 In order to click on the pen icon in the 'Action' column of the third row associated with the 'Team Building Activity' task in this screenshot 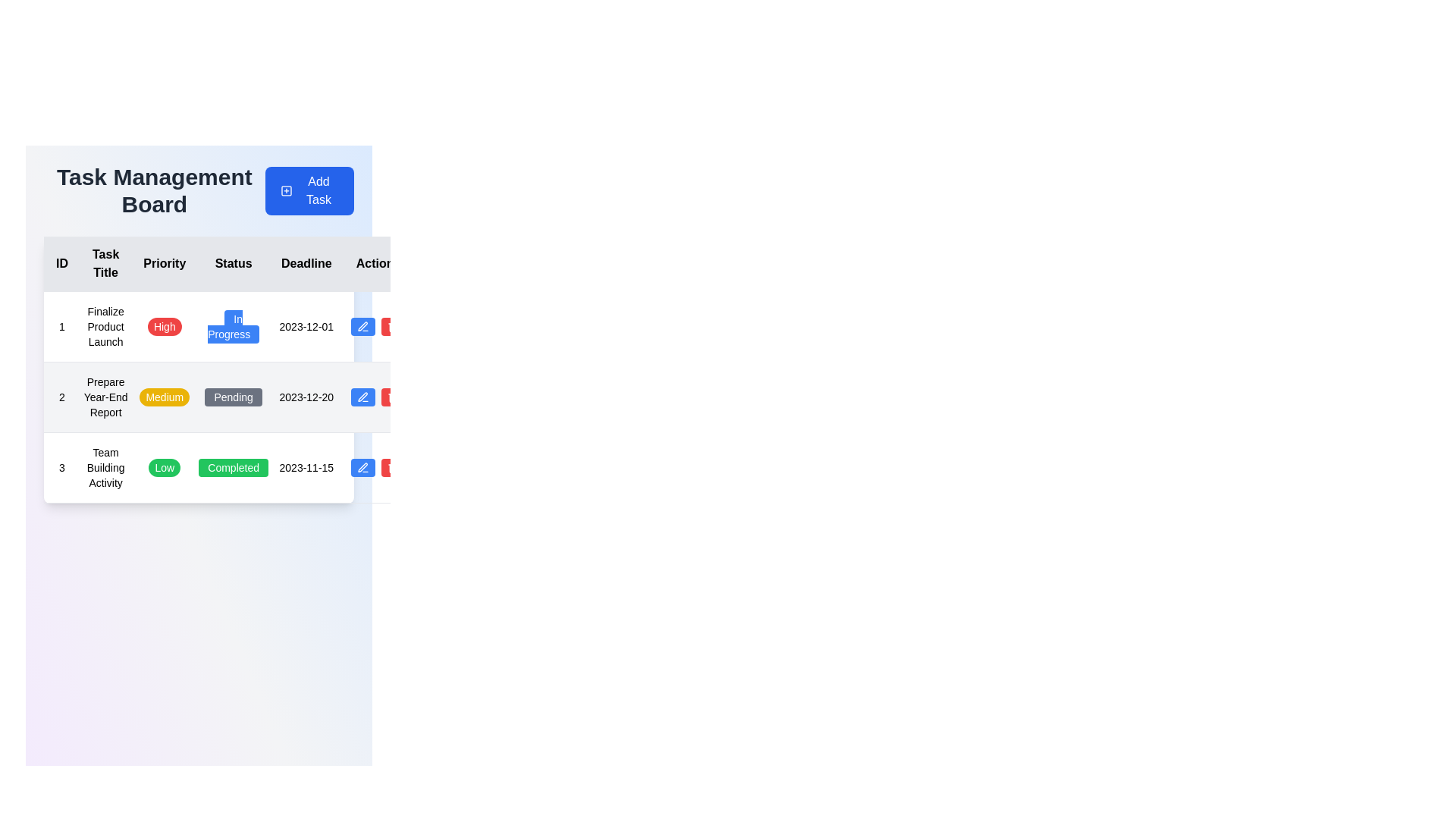, I will do `click(362, 467)`.